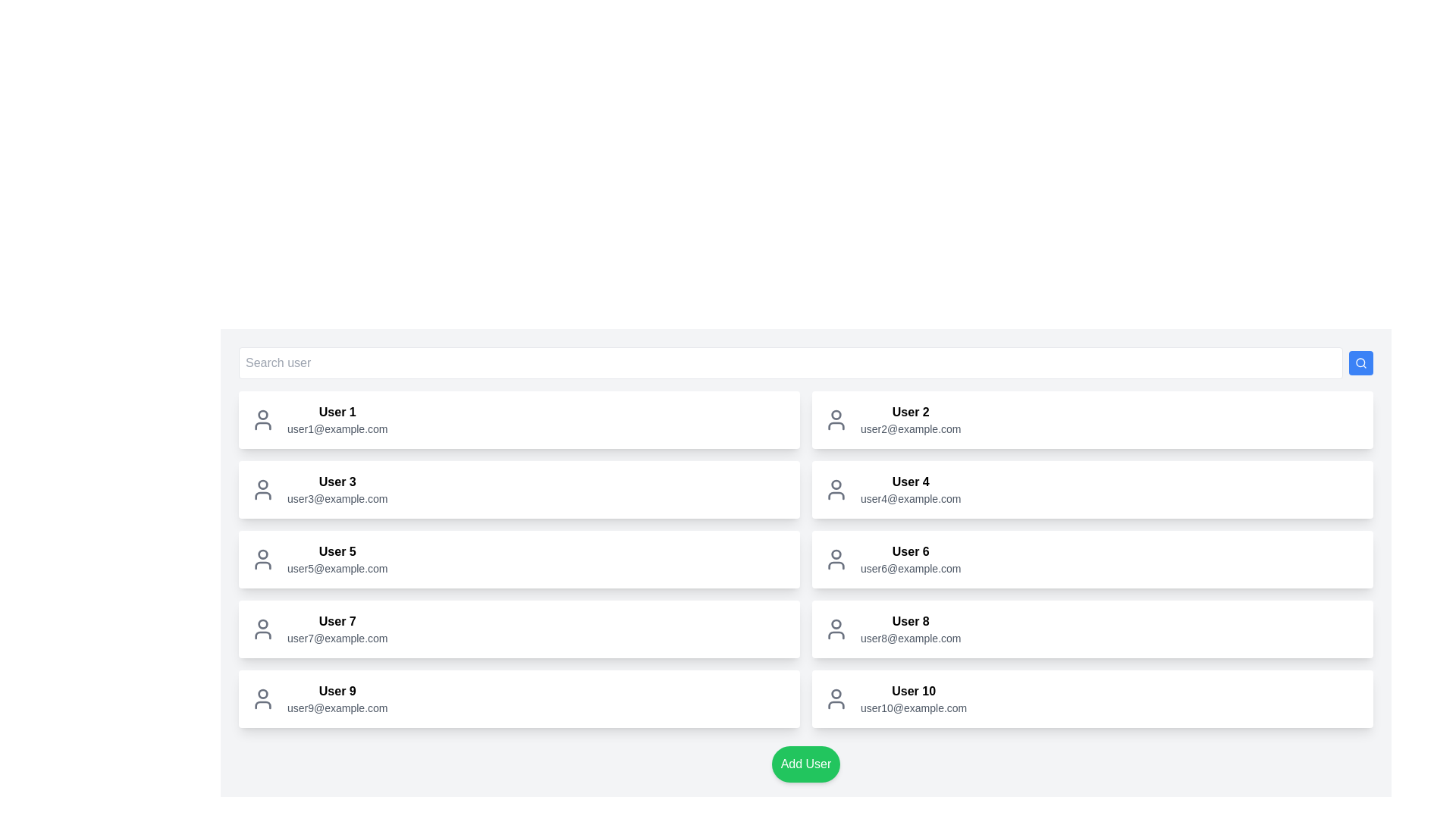 The width and height of the screenshot is (1456, 819). Describe the element at coordinates (836, 559) in the screenshot. I see `the user icon SVG graphic representing 'User 6' located at the top-left corner of the user information card` at that location.